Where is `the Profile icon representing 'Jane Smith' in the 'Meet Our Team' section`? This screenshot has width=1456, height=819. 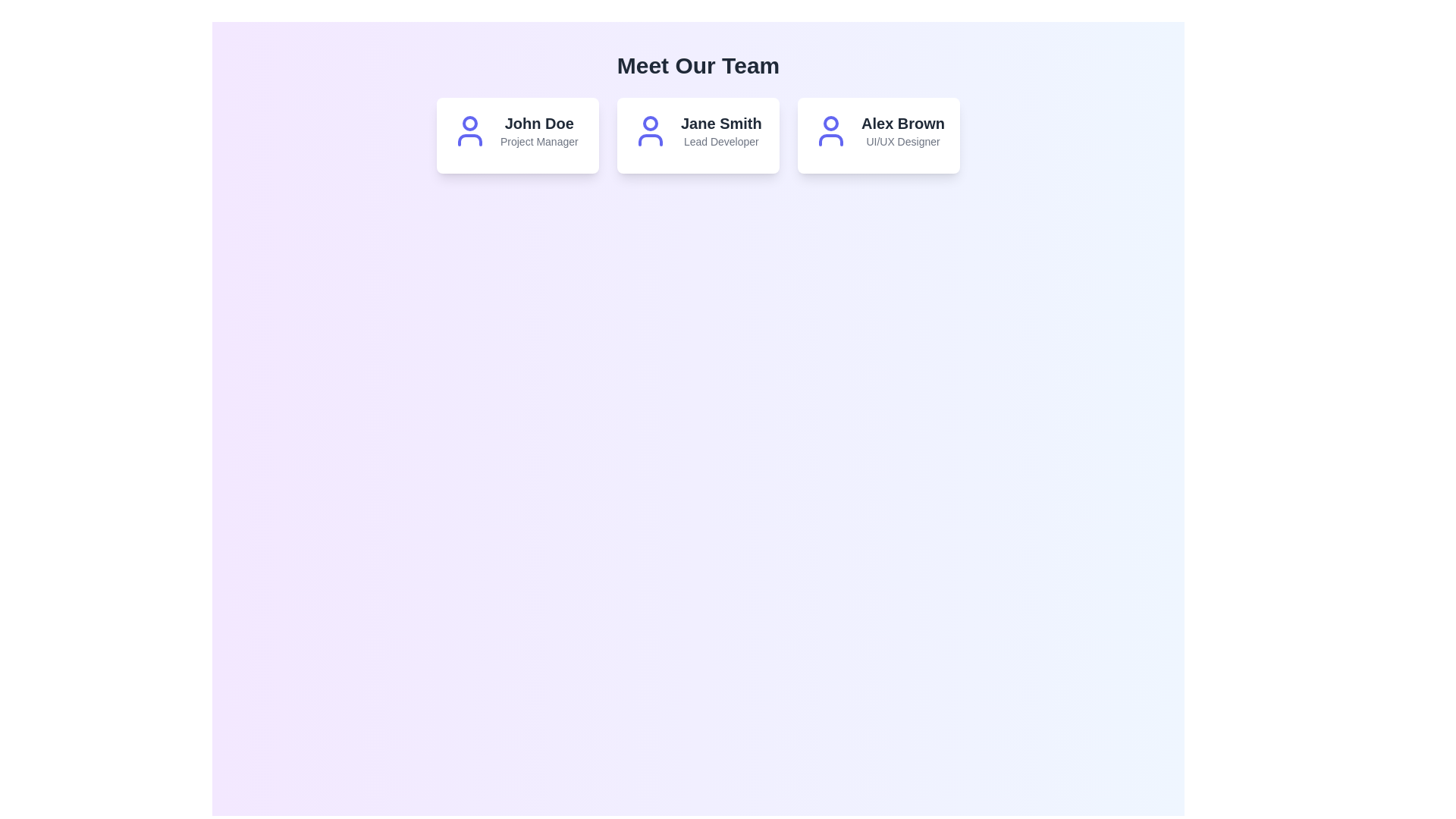
the Profile icon representing 'Jane Smith' in the 'Meet Our Team' section is located at coordinates (651, 130).